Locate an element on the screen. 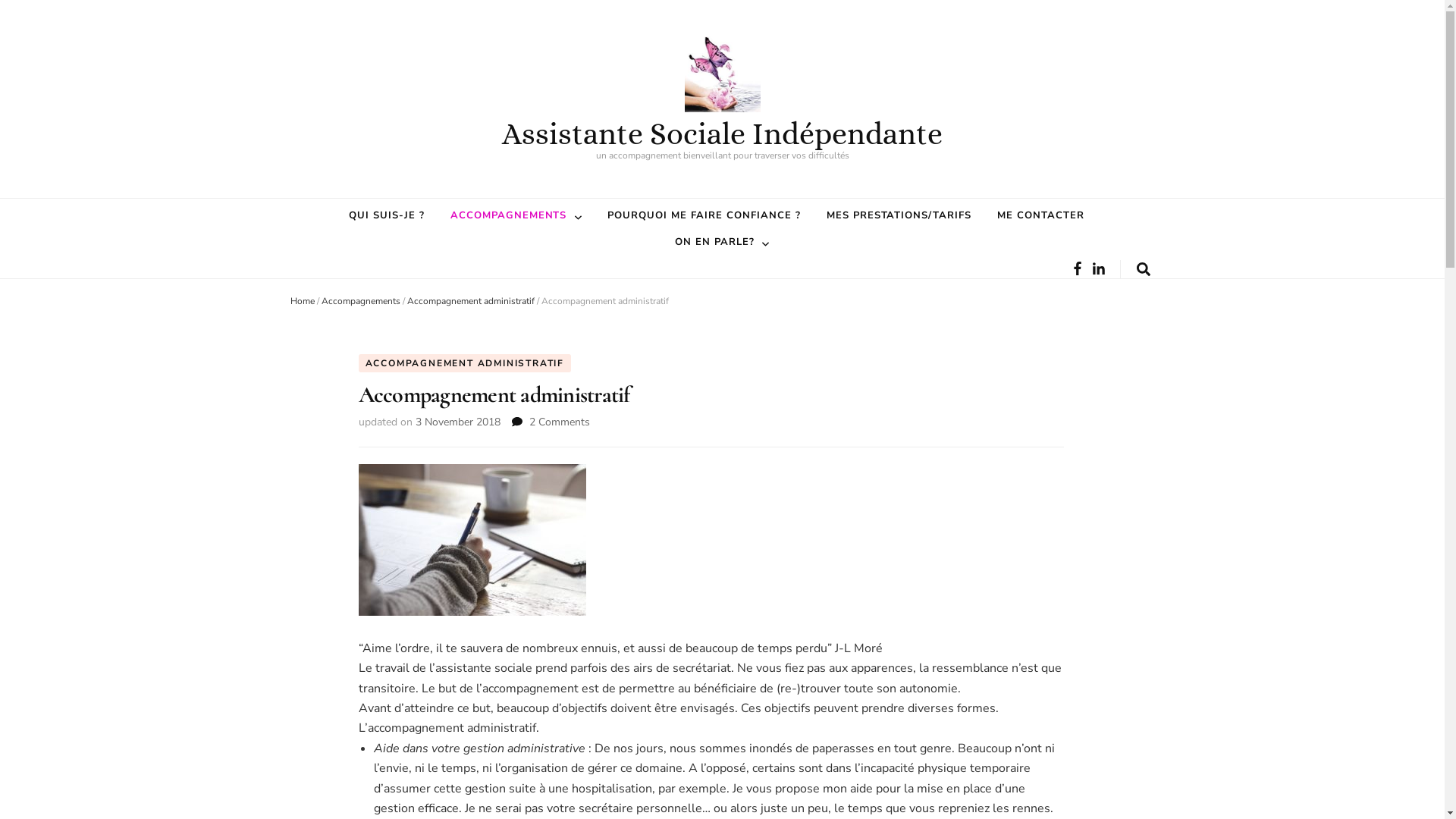 Image resolution: width=1456 pixels, height=819 pixels. 'Home' is located at coordinates (302, 301).